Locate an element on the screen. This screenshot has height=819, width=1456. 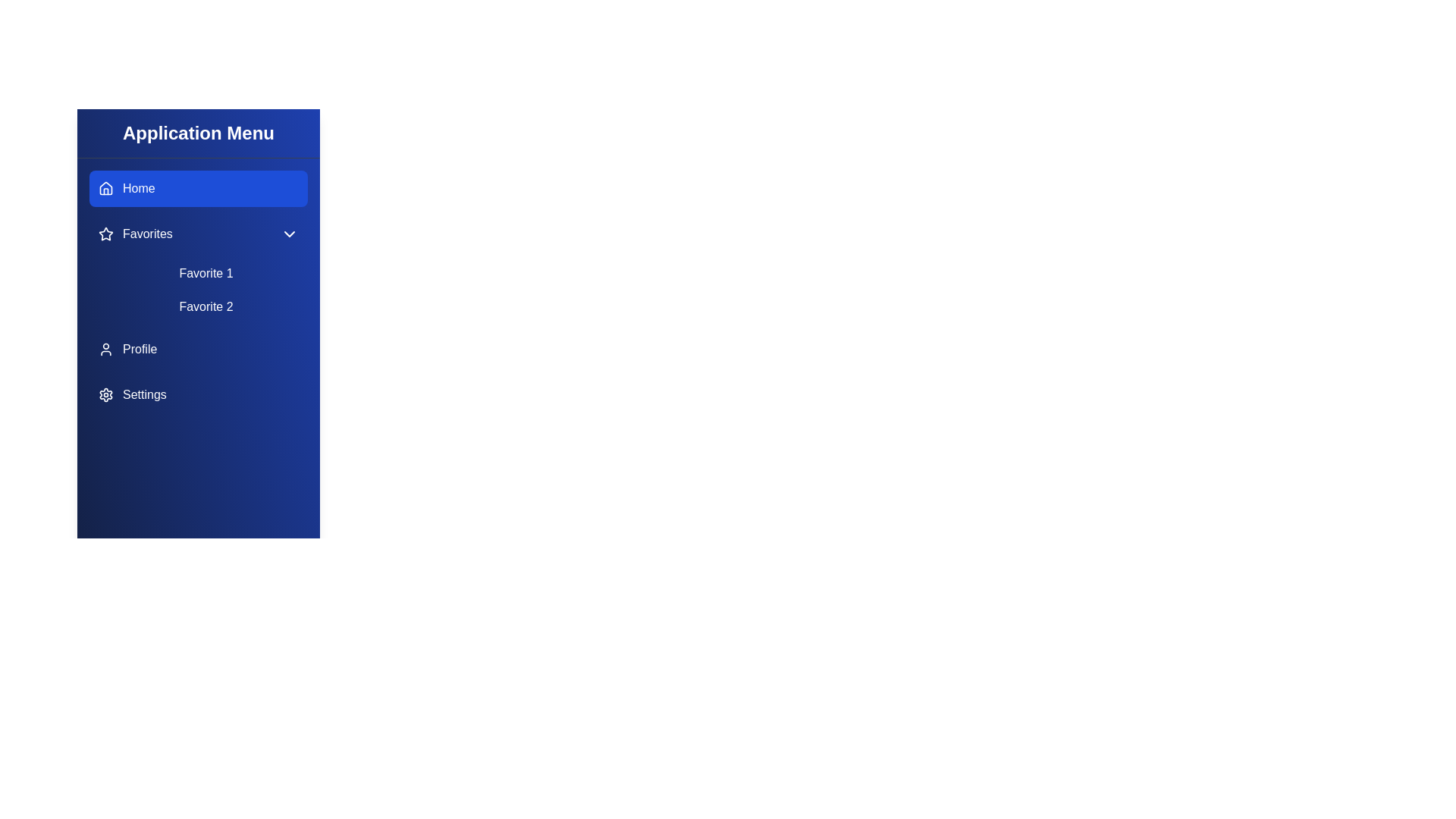
the 'Home' text label within the blue button located in the left sidebar menu, adjacent to the house-shaped icon is located at coordinates (139, 188).